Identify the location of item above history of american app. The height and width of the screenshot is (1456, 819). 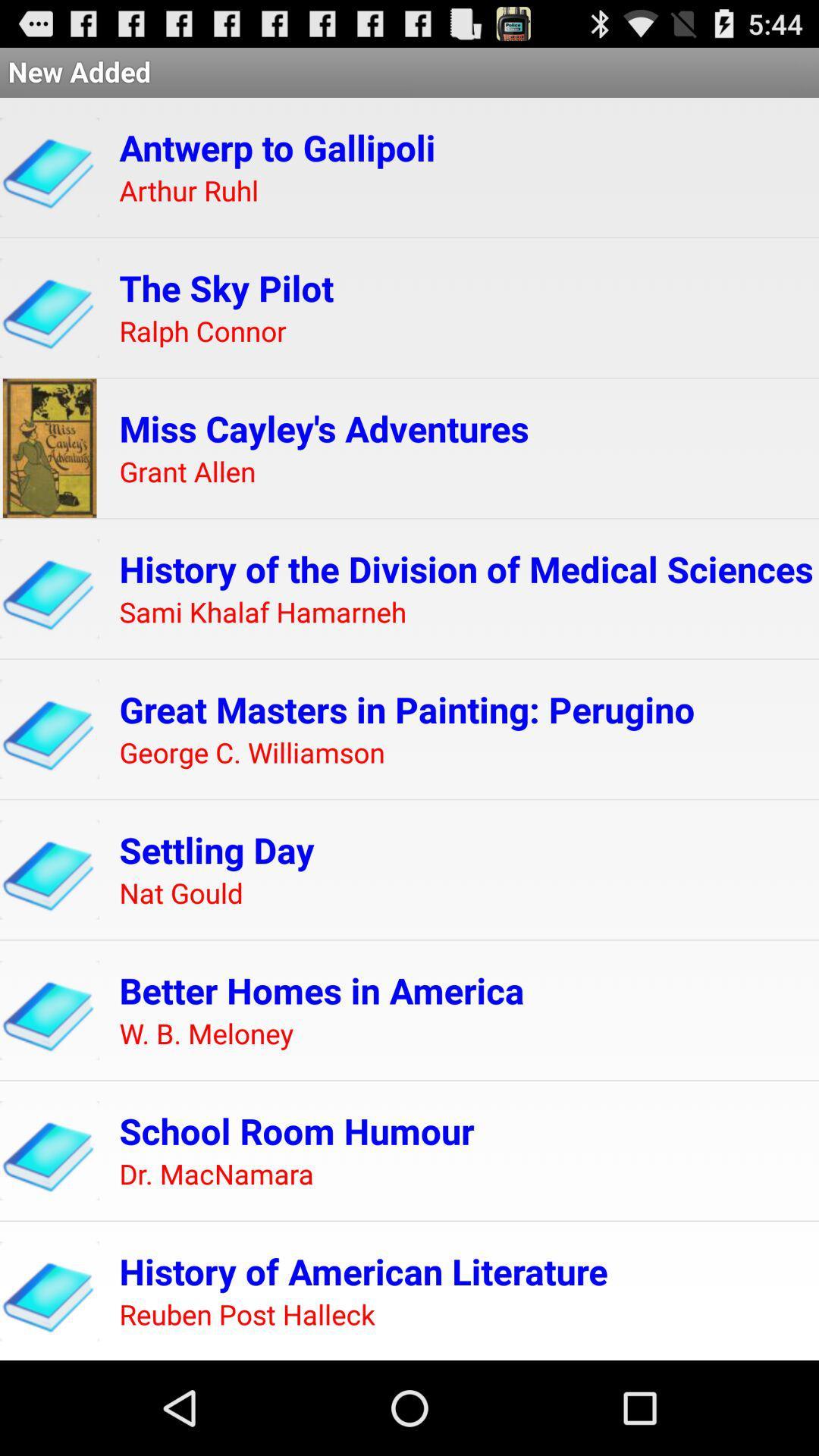
(216, 1174).